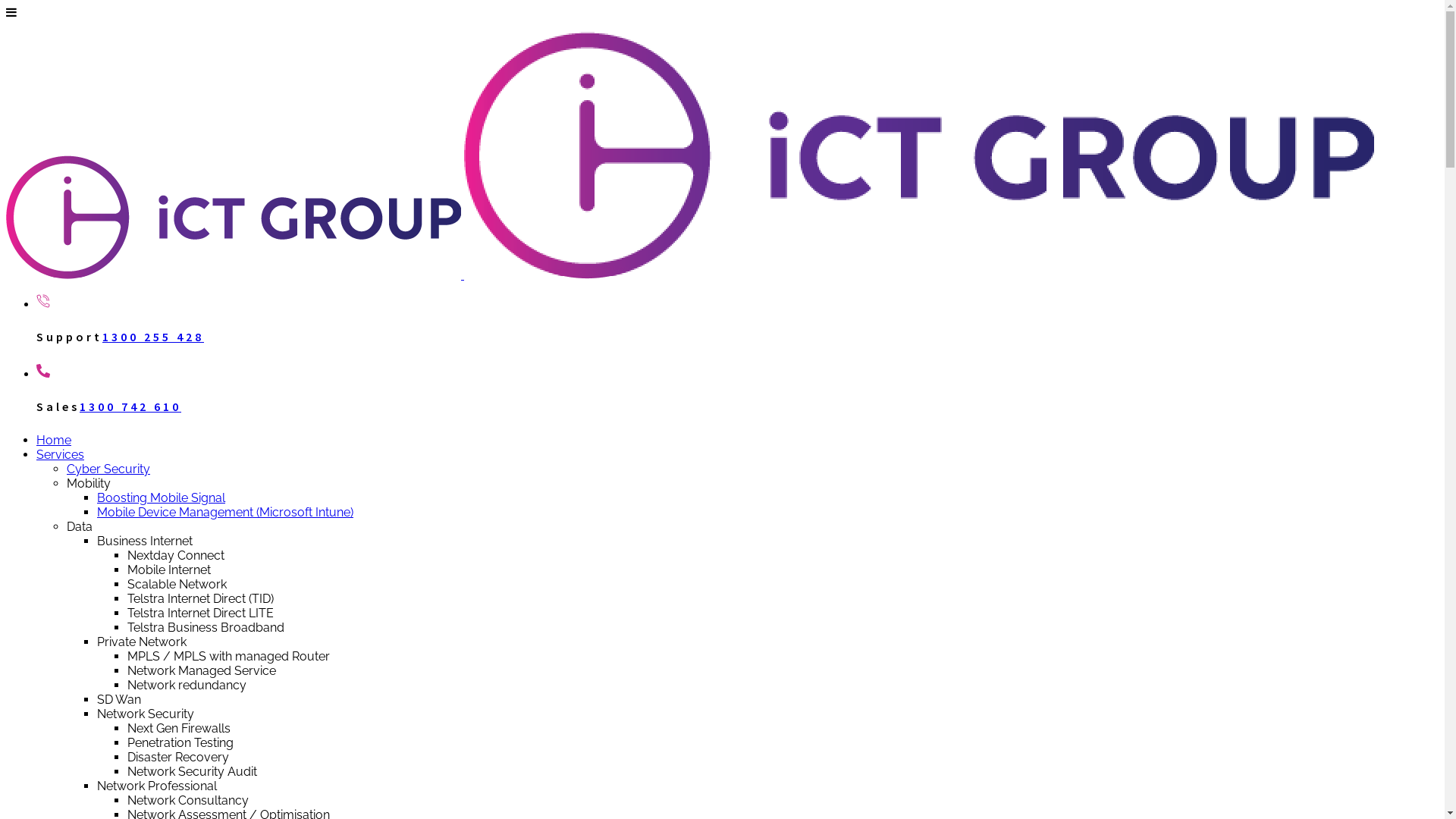 Image resolution: width=1456 pixels, height=819 pixels. Describe the element at coordinates (60, 453) in the screenshot. I see `'Services'` at that location.